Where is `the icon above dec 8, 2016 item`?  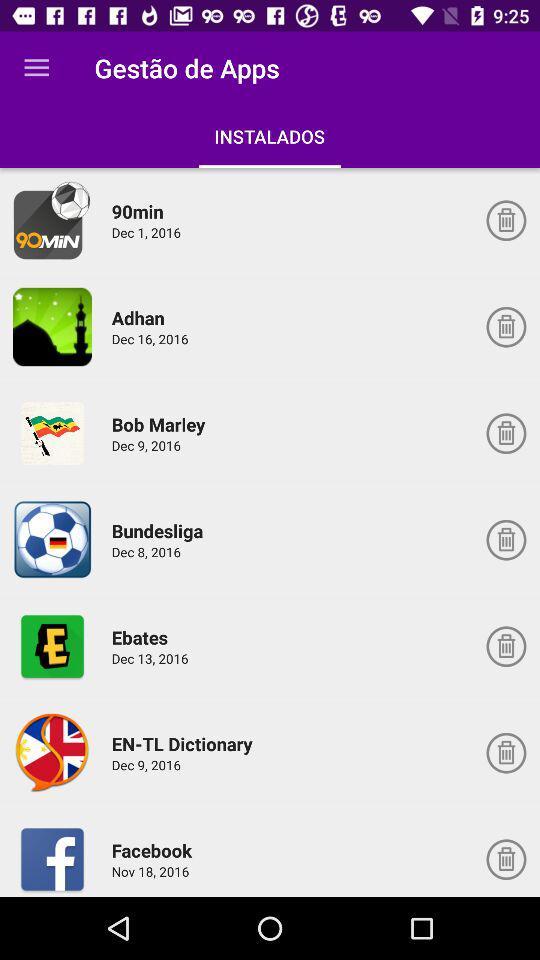
the icon above dec 8, 2016 item is located at coordinates (159, 529).